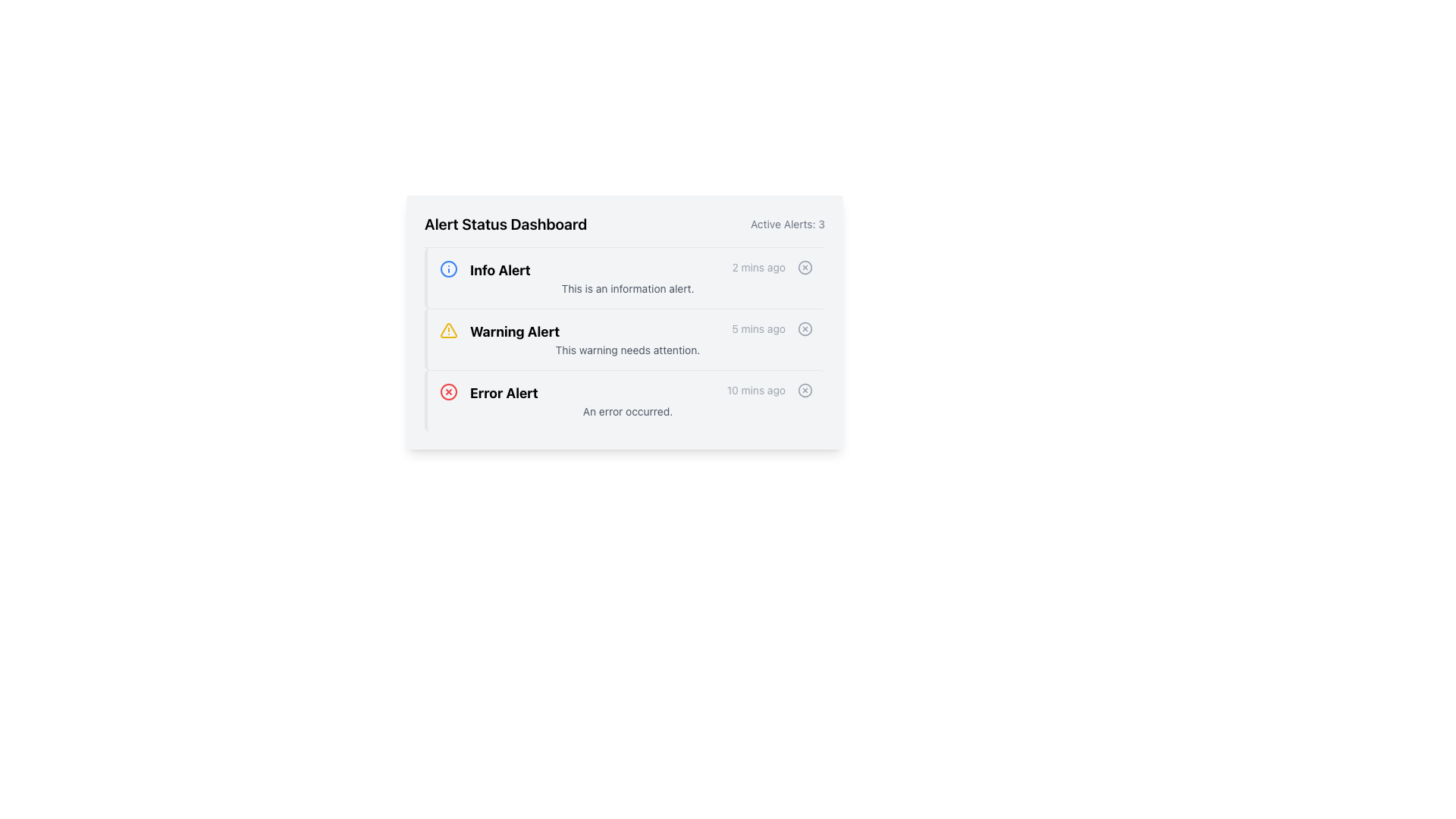 This screenshot has width=1456, height=819. What do you see at coordinates (625, 400) in the screenshot?
I see `alert message from the error notification alert box, which is the third alert in the vertical sequence below 'Warning Alert' and 'Info Alert'` at bounding box center [625, 400].